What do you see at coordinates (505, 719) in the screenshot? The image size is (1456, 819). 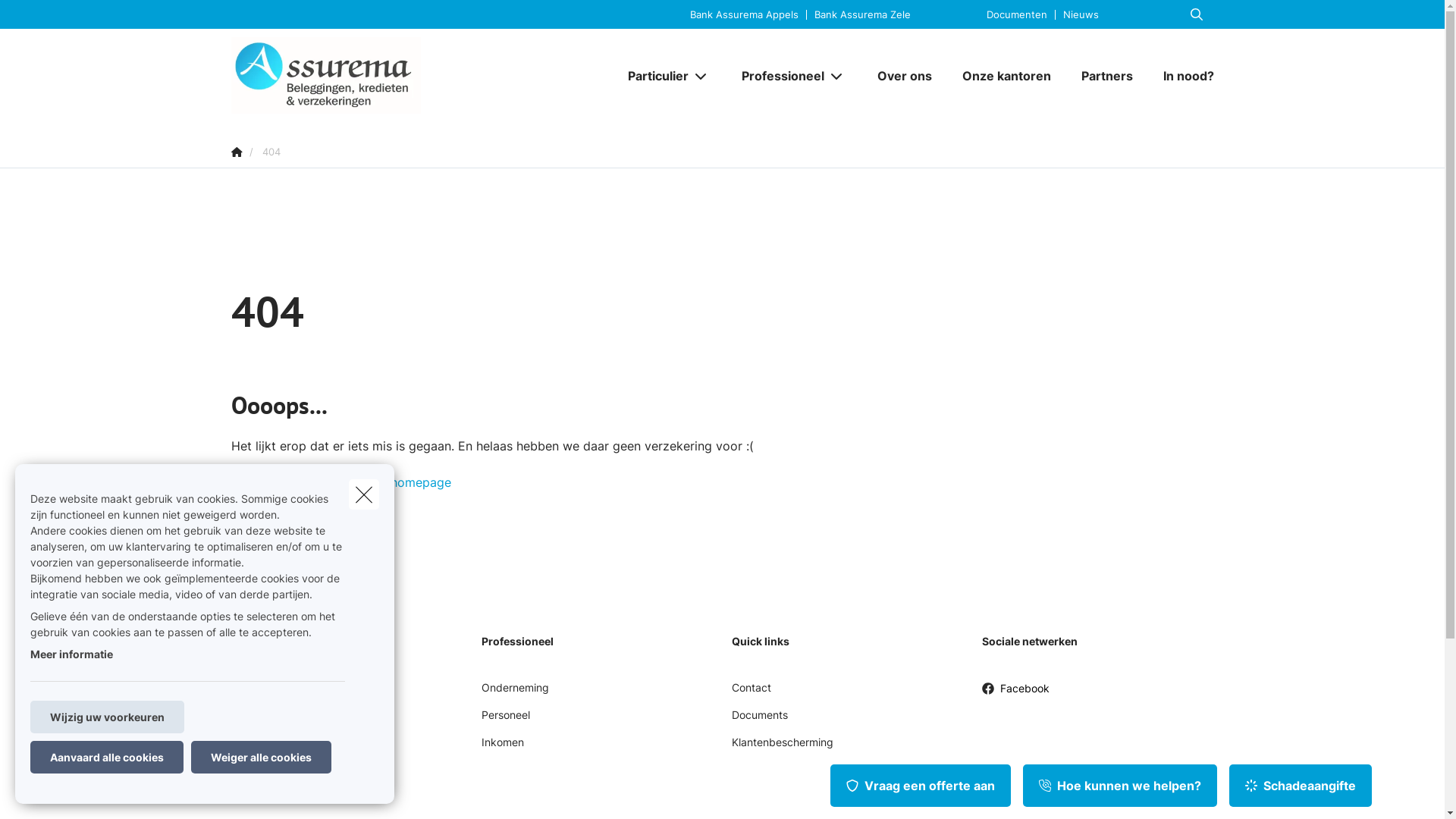 I see `'Personeel'` at bounding box center [505, 719].